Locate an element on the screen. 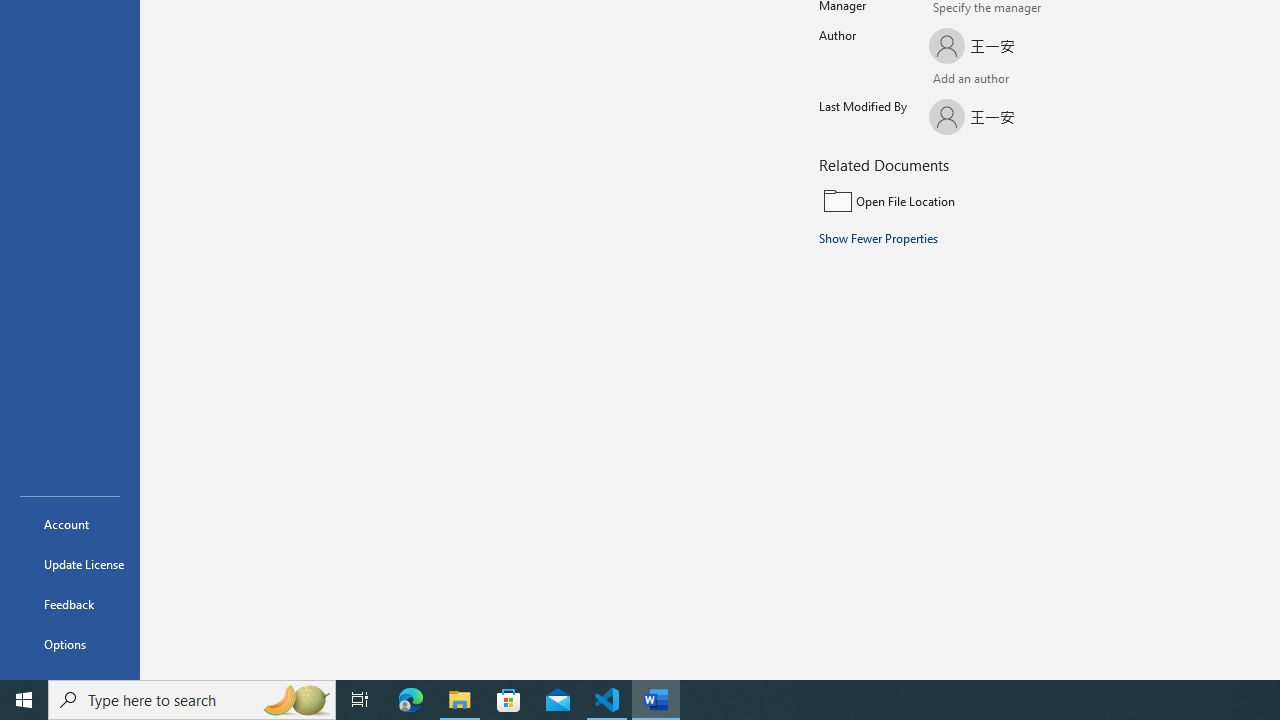  'Open File Location' is located at coordinates (952, 201).